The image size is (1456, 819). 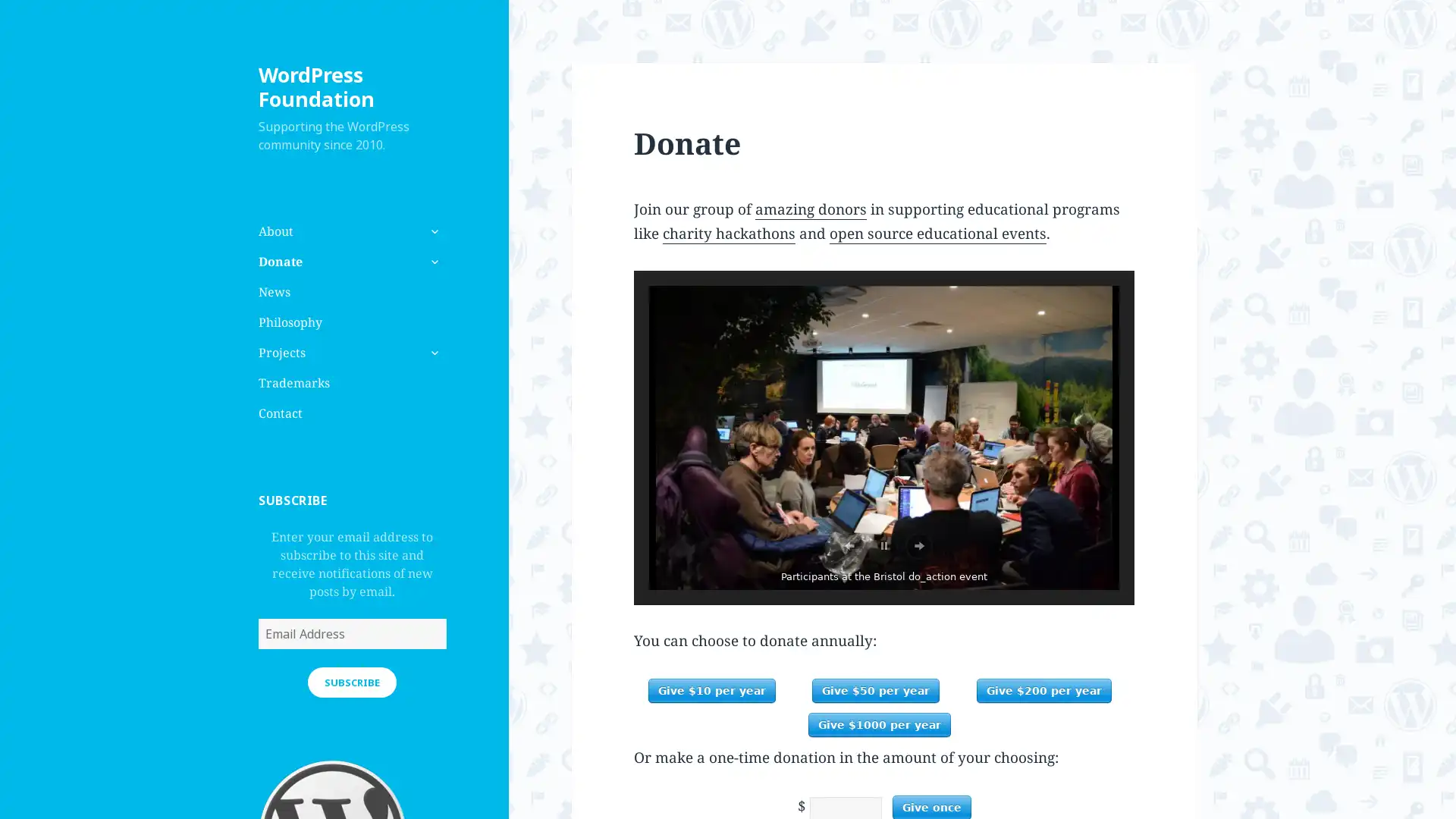 What do you see at coordinates (918, 546) in the screenshot?
I see `Next Slide` at bounding box center [918, 546].